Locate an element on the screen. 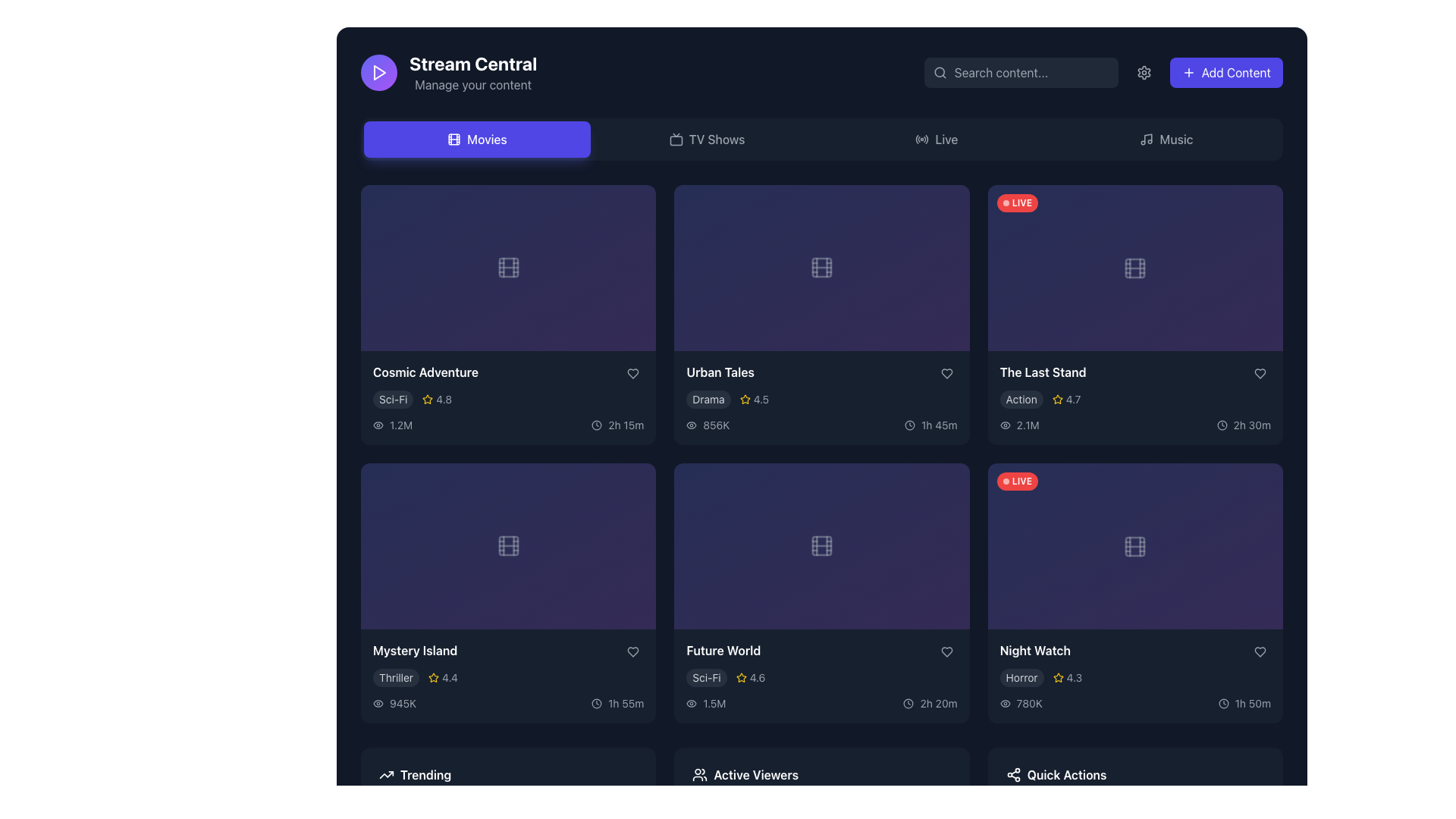 The height and width of the screenshot is (819, 1456). the graphic icon representing media content for the 'Cosmic Adventure' movie entry located centrally in the card's image area within the 'Stream Central' interface is located at coordinates (508, 267).